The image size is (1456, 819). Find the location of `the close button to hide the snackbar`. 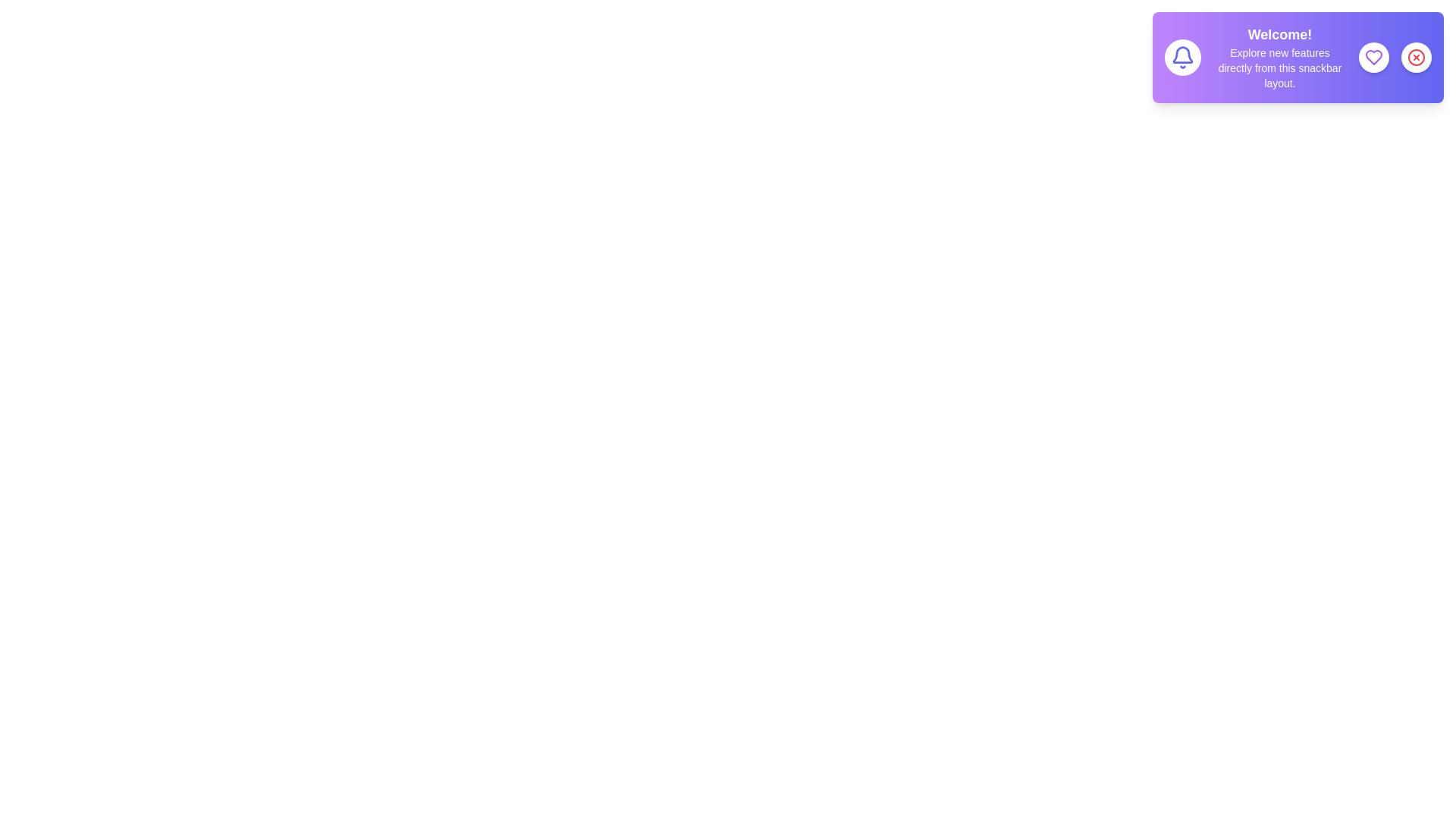

the close button to hide the snackbar is located at coordinates (1415, 57).